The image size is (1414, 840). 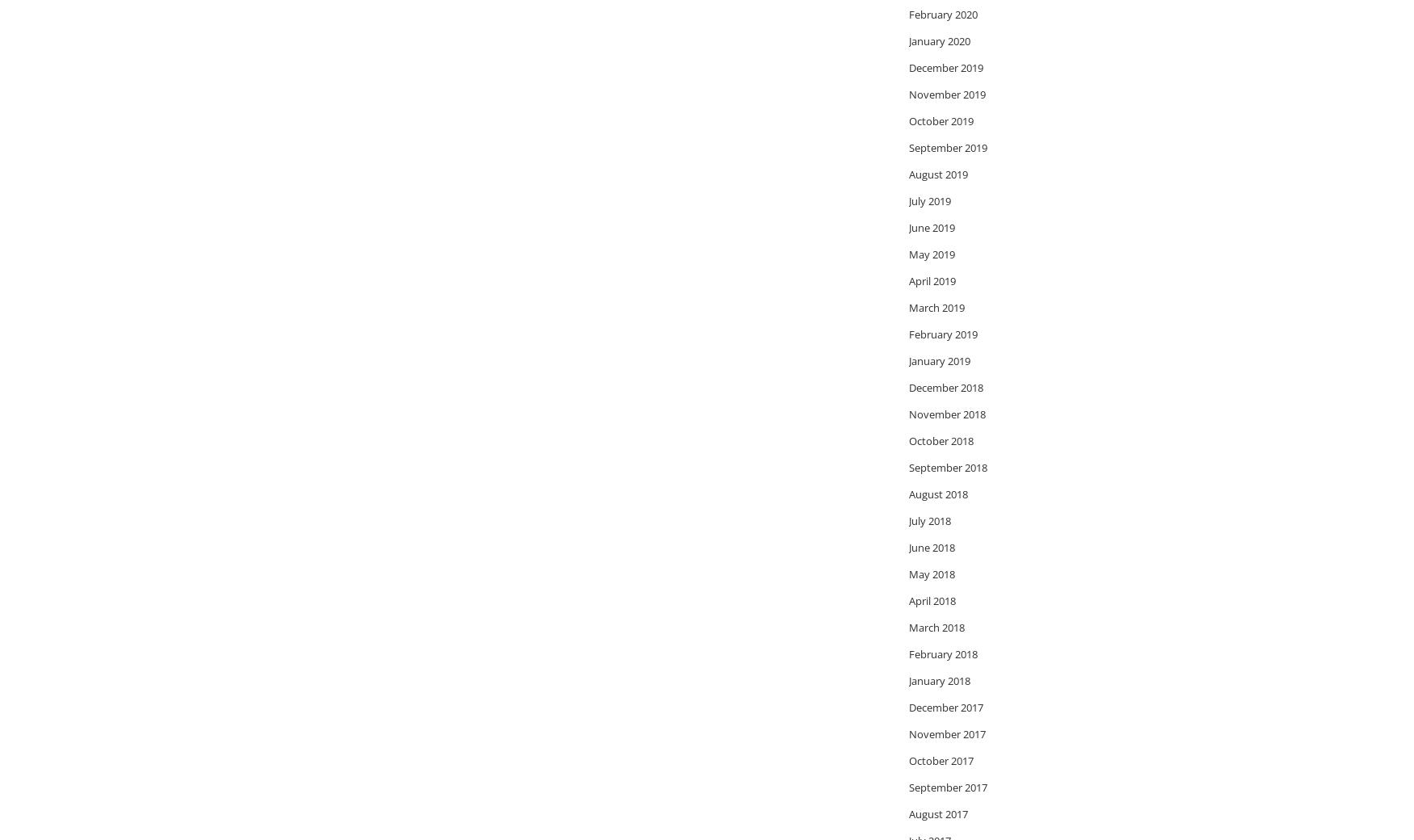 What do you see at coordinates (939, 359) in the screenshot?
I see `'January 2019'` at bounding box center [939, 359].